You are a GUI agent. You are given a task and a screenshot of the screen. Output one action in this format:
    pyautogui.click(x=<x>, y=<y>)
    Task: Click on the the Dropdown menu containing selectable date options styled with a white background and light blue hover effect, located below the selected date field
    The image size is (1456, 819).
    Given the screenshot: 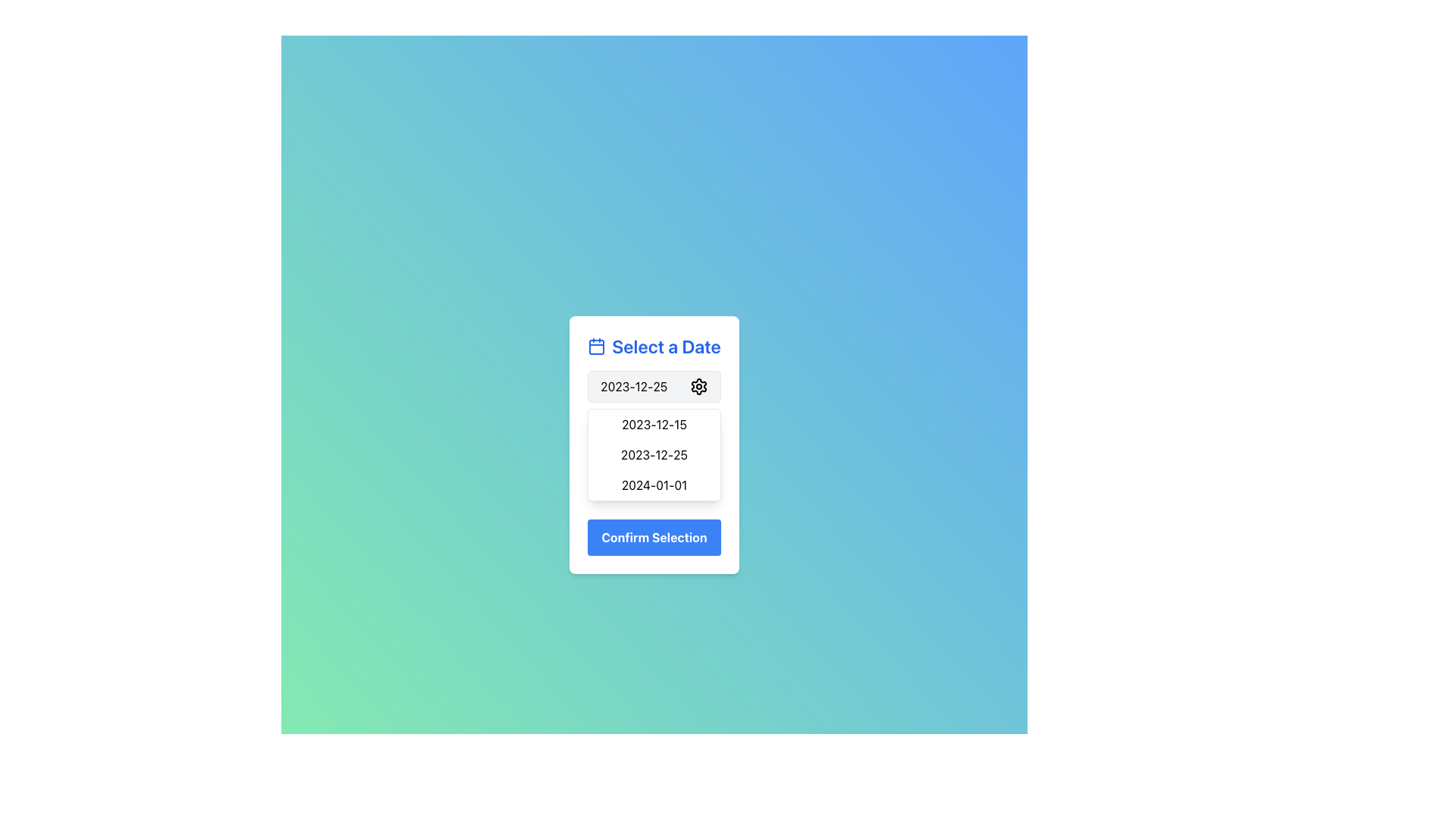 What is the action you would take?
    pyautogui.click(x=654, y=444)
    